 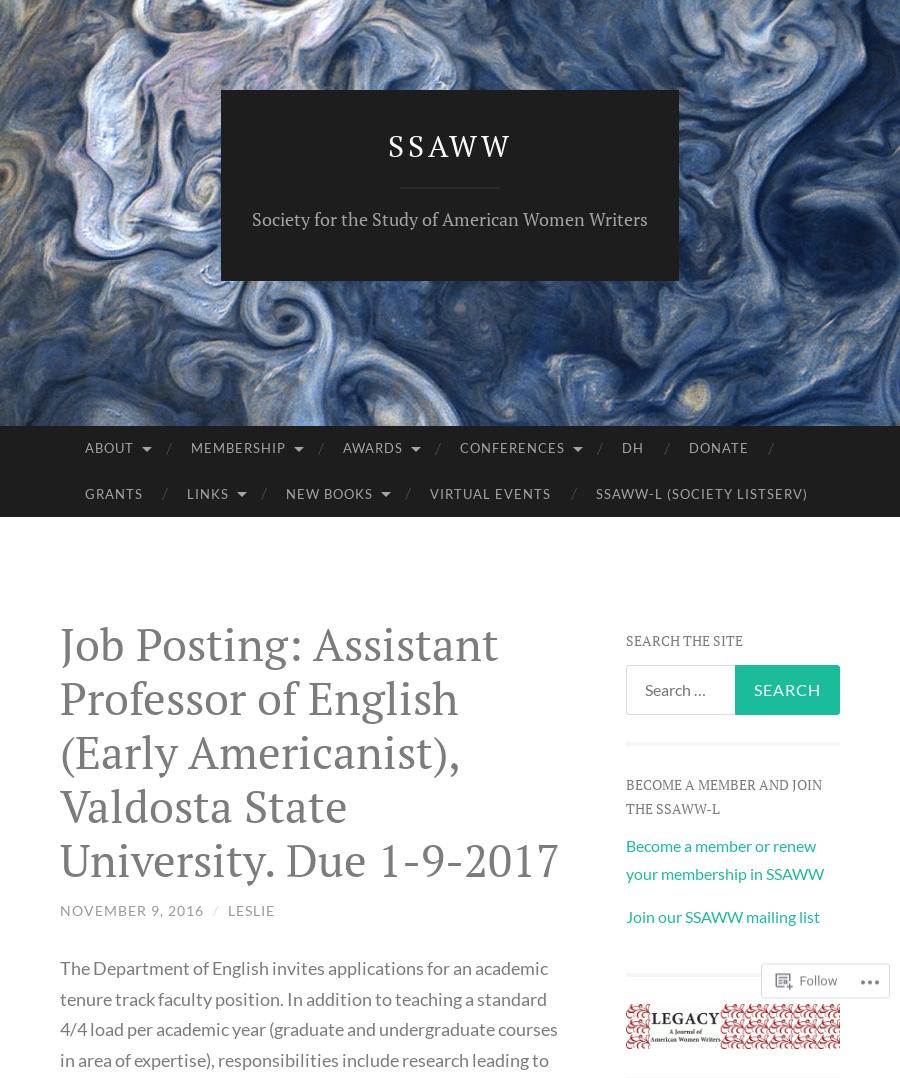 What do you see at coordinates (250, 909) in the screenshot?
I see `'Leslie'` at bounding box center [250, 909].